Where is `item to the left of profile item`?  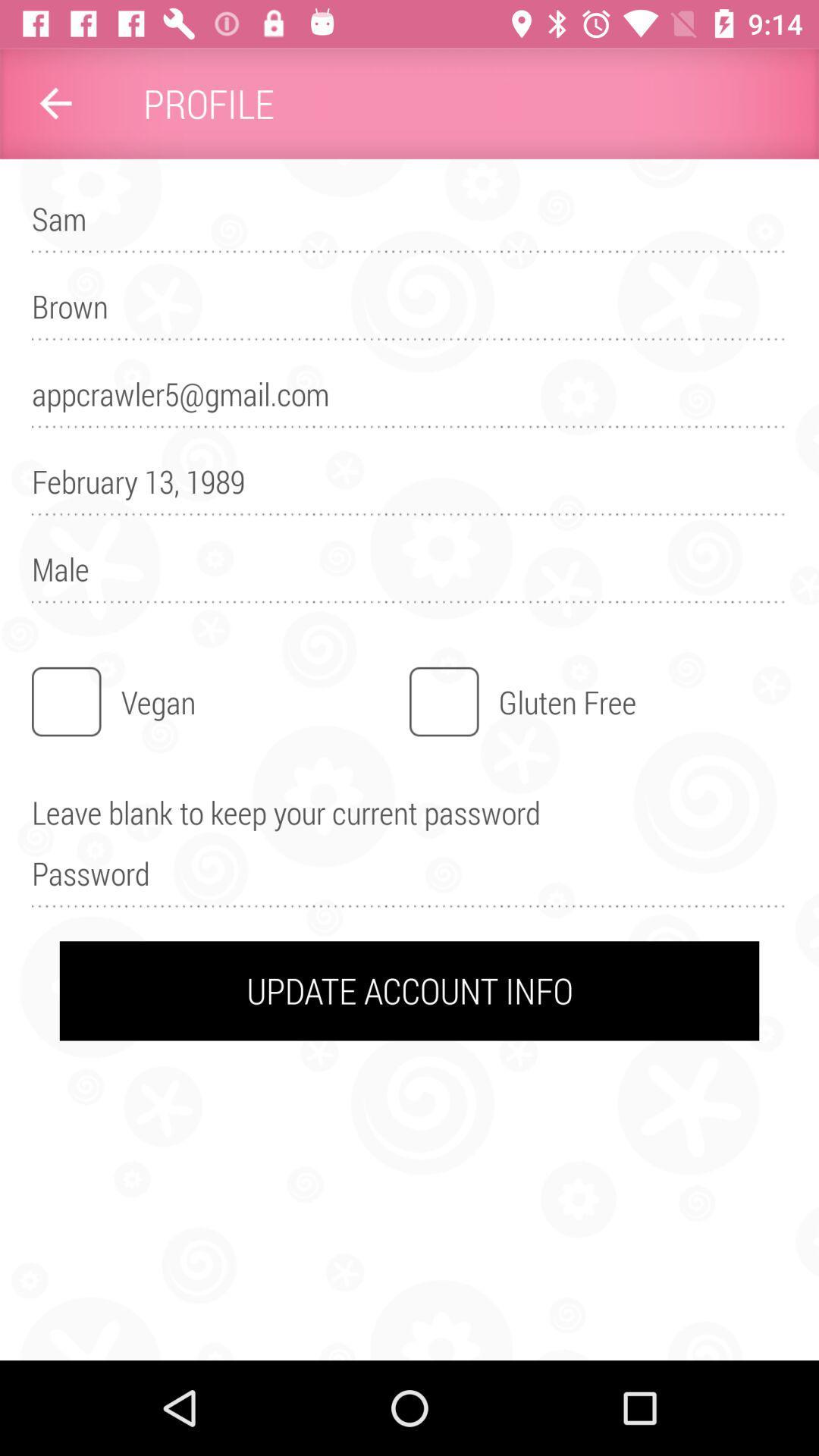 item to the left of profile item is located at coordinates (55, 102).